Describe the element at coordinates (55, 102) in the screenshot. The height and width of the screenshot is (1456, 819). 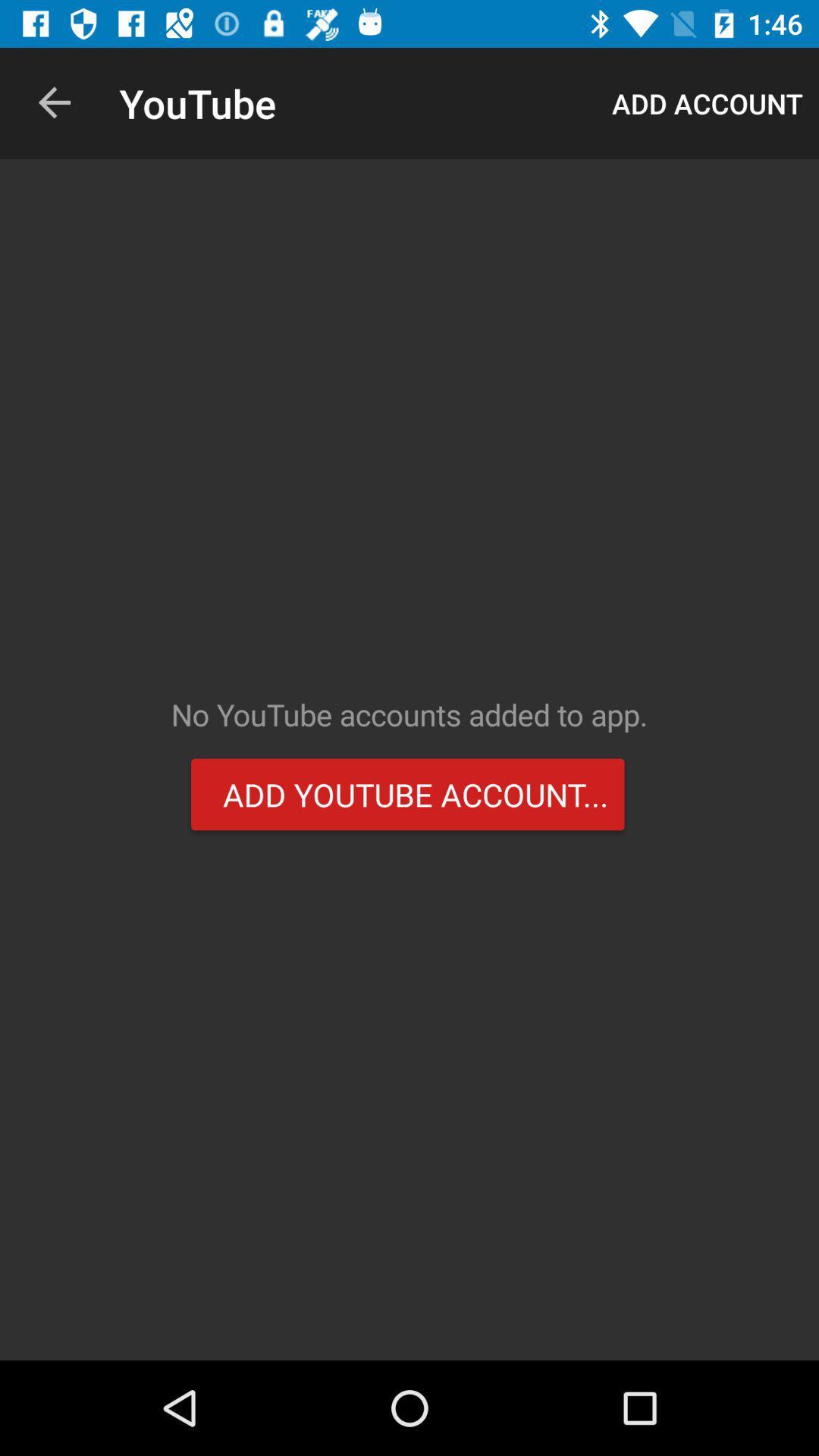
I see `icon next to the youtube item` at that location.